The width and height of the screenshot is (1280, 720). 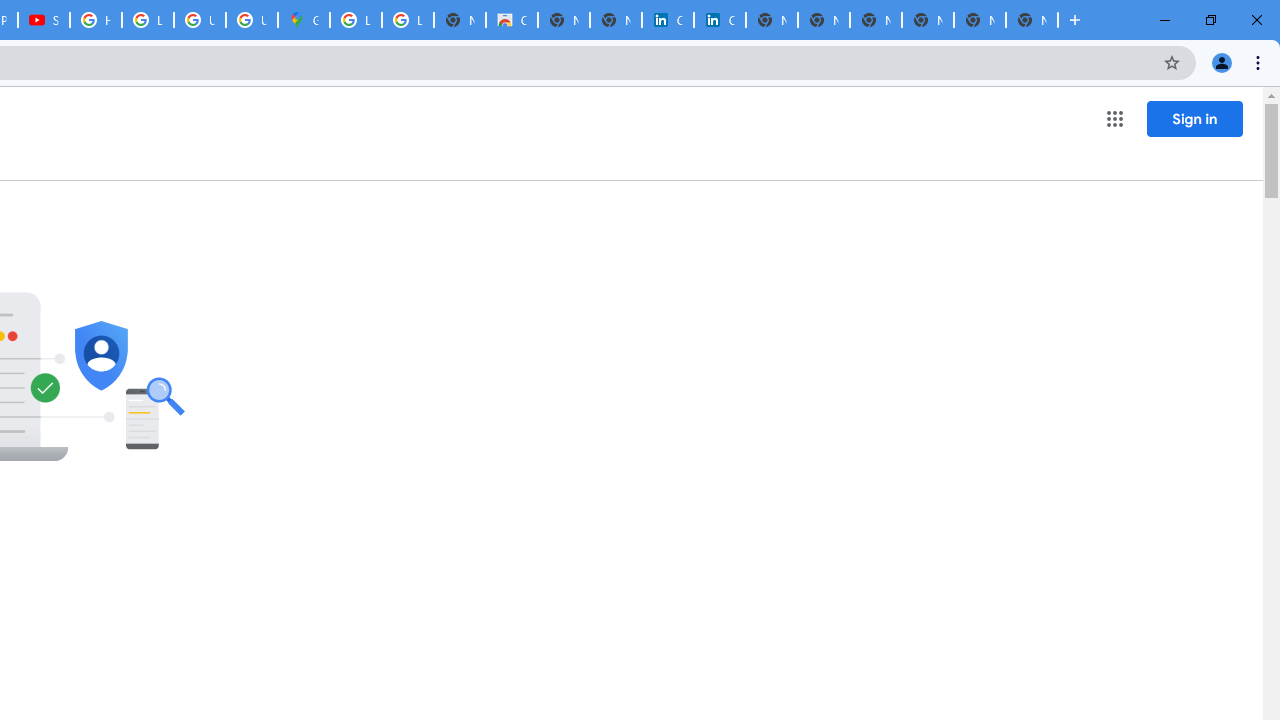 I want to click on 'Subscriptions - YouTube', so click(x=44, y=20).